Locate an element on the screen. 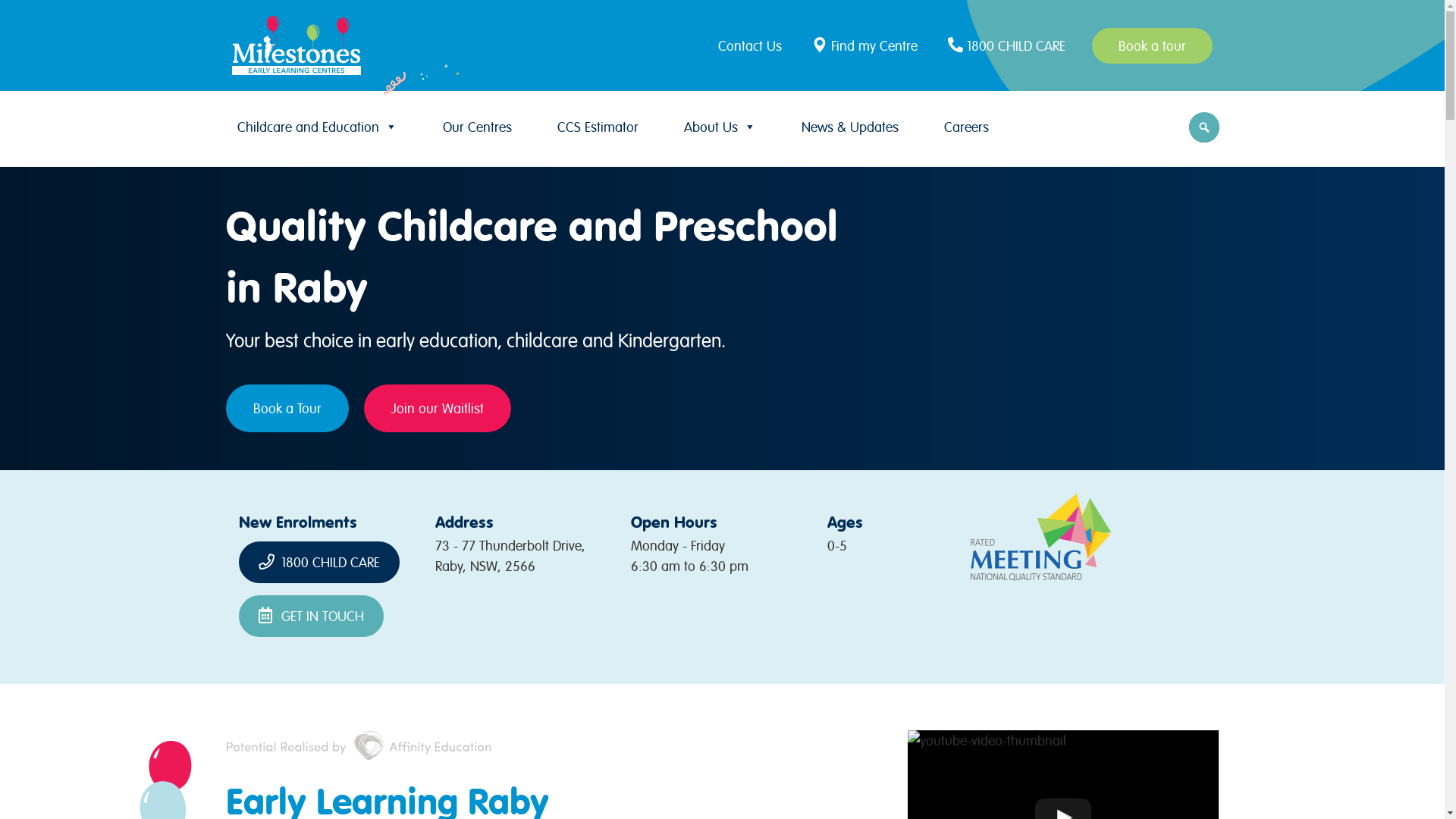 The width and height of the screenshot is (1456, 819). 'Find my Centre' is located at coordinates (807, 44).